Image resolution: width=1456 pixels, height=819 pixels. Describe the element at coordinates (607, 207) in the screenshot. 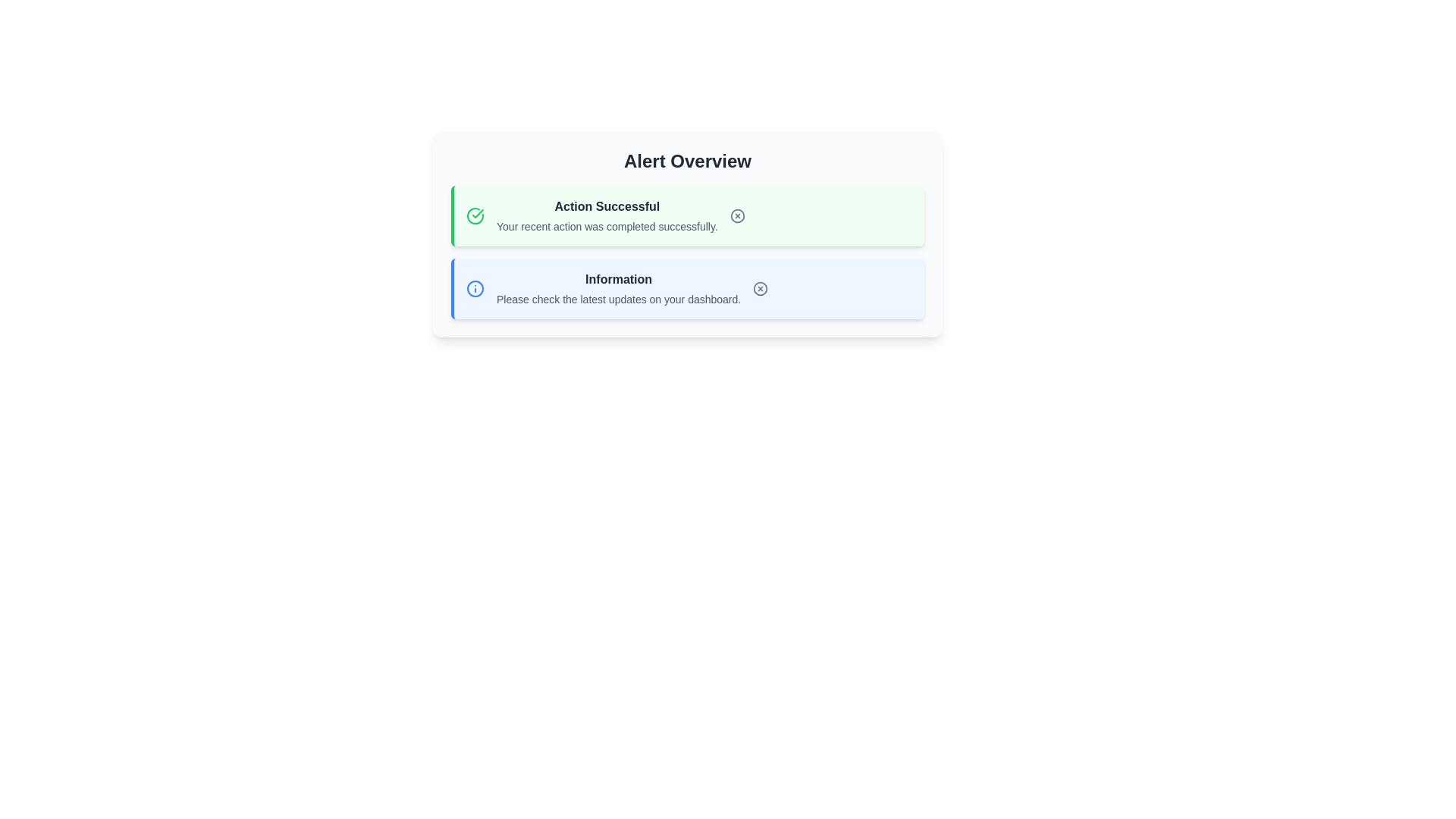

I see `the descriptive text of the alert titled 'Action Successful'` at that location.